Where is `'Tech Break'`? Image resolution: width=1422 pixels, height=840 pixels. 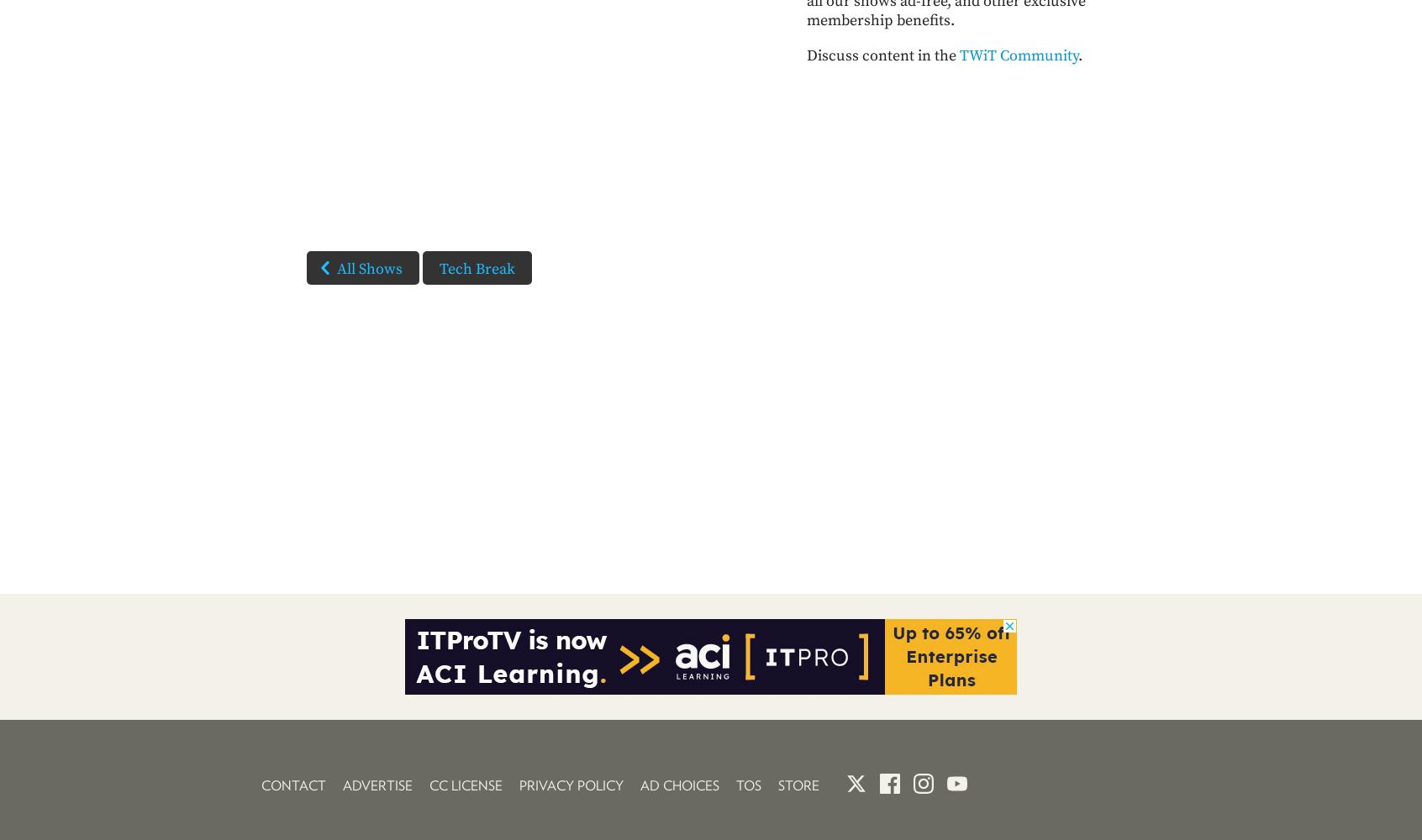 'Tech Break' is located at coordinates (439, 268).